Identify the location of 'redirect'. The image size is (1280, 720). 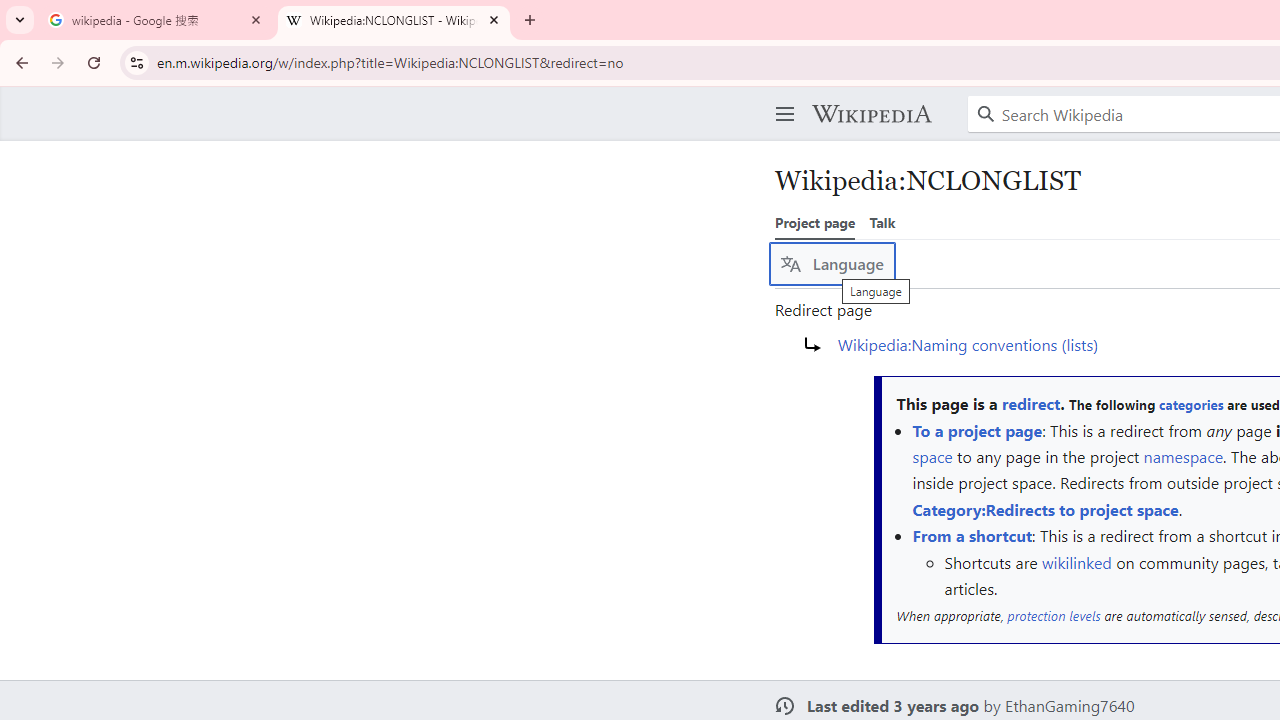
(1031, 403).